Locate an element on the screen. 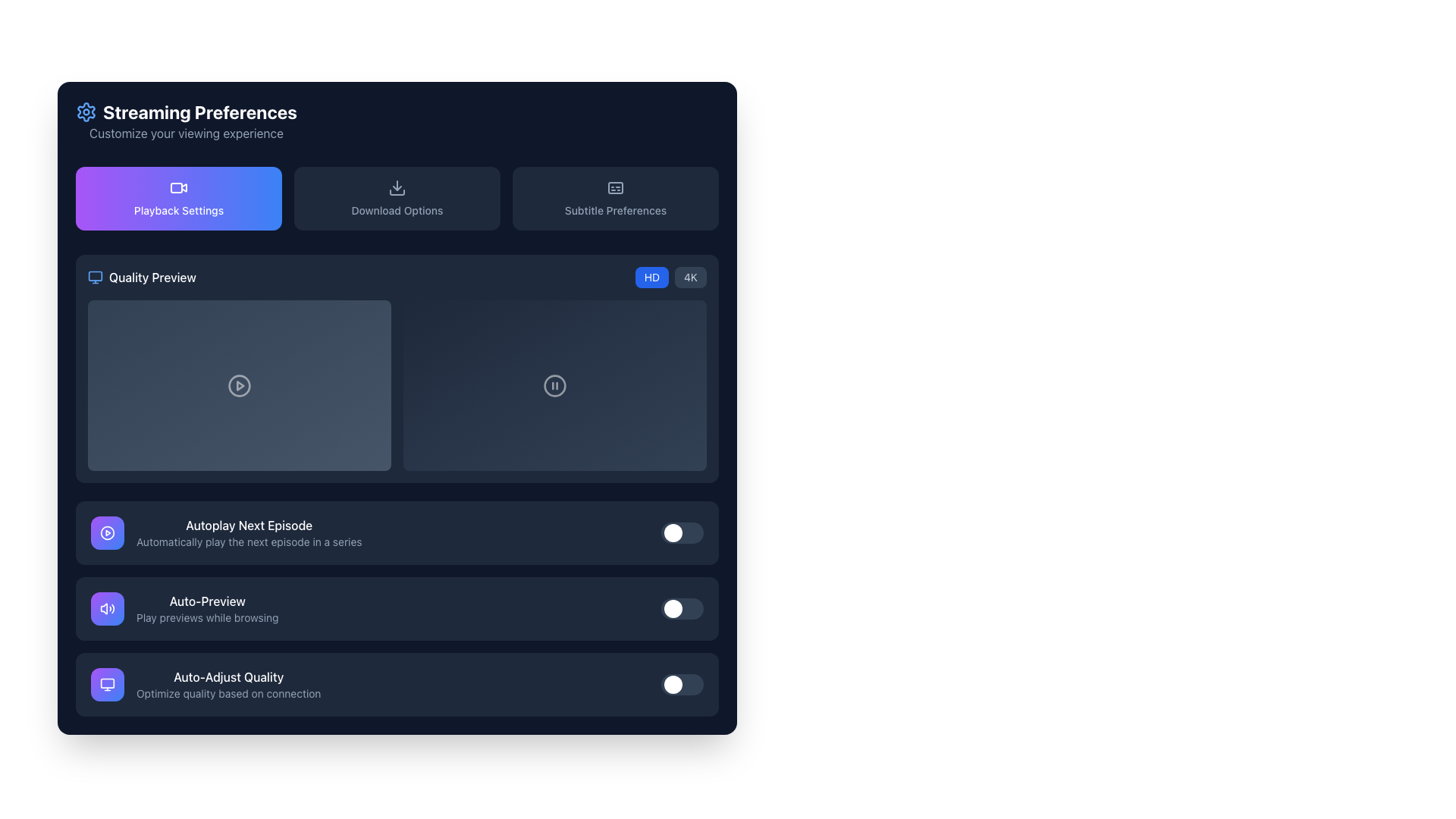  informational text label located beneath the 'Streaming Preferences' heading, which provides context for the settings or options in that section is located at coordinates (185, 133).